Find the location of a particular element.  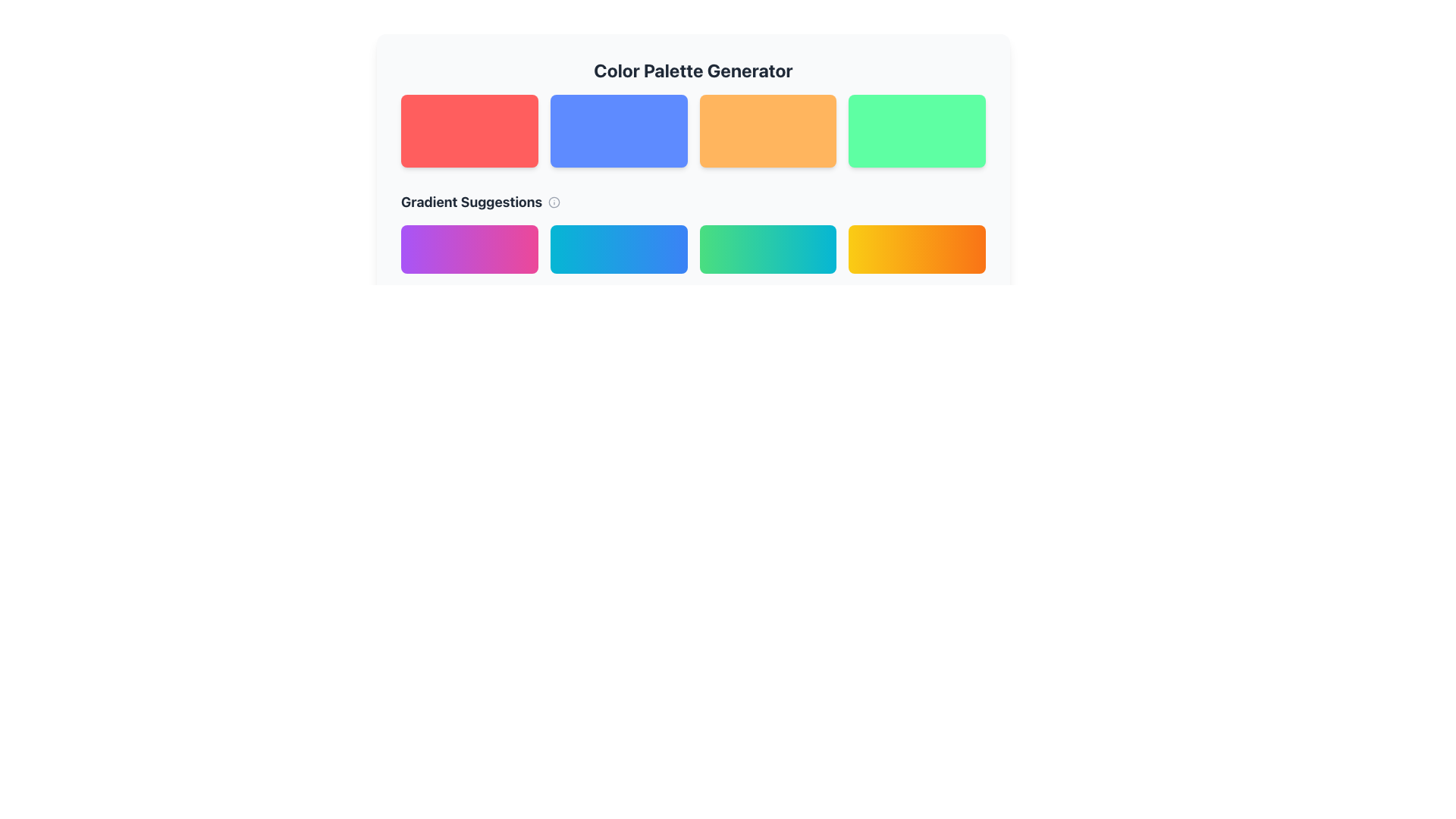

the vibrant red selectable color swatch located at the top left of the color palette grid is located at coordinates (469, 130).